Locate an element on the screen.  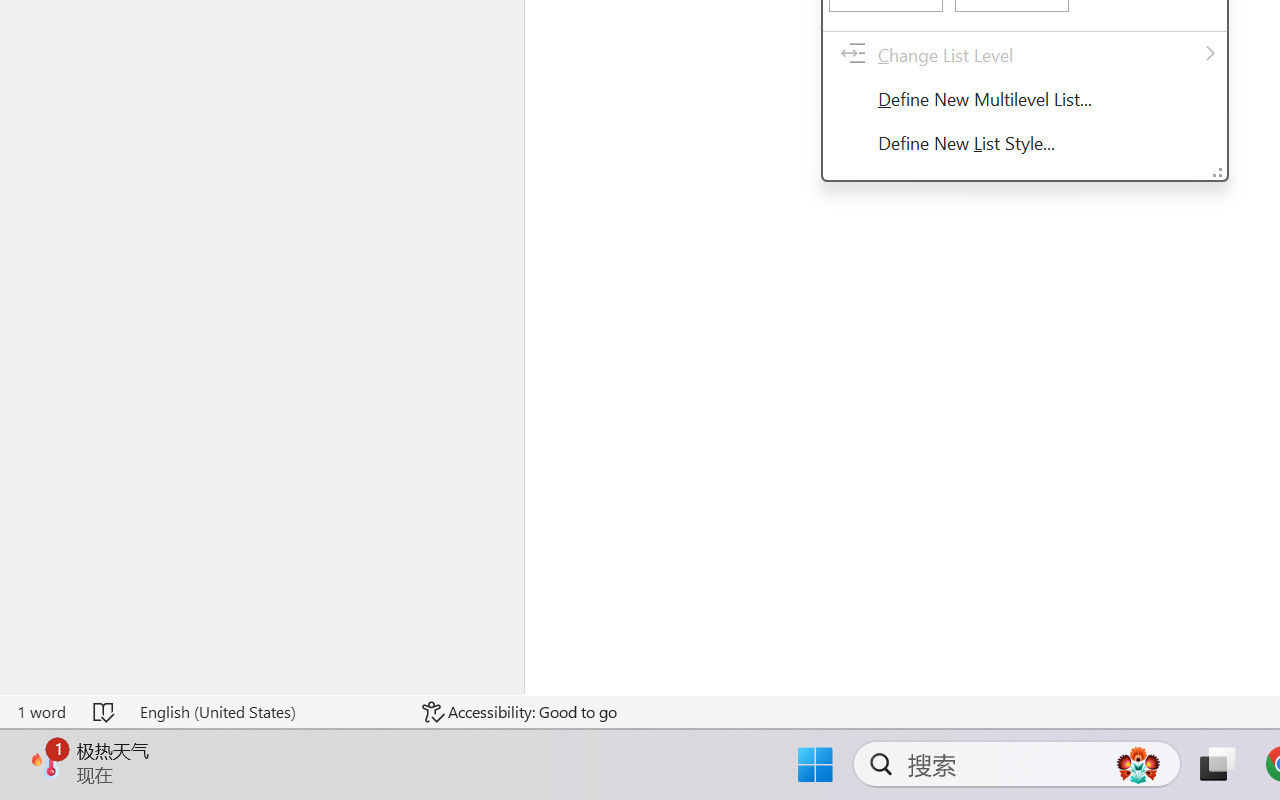
'No Problems' is located at coordinates (67, 743).